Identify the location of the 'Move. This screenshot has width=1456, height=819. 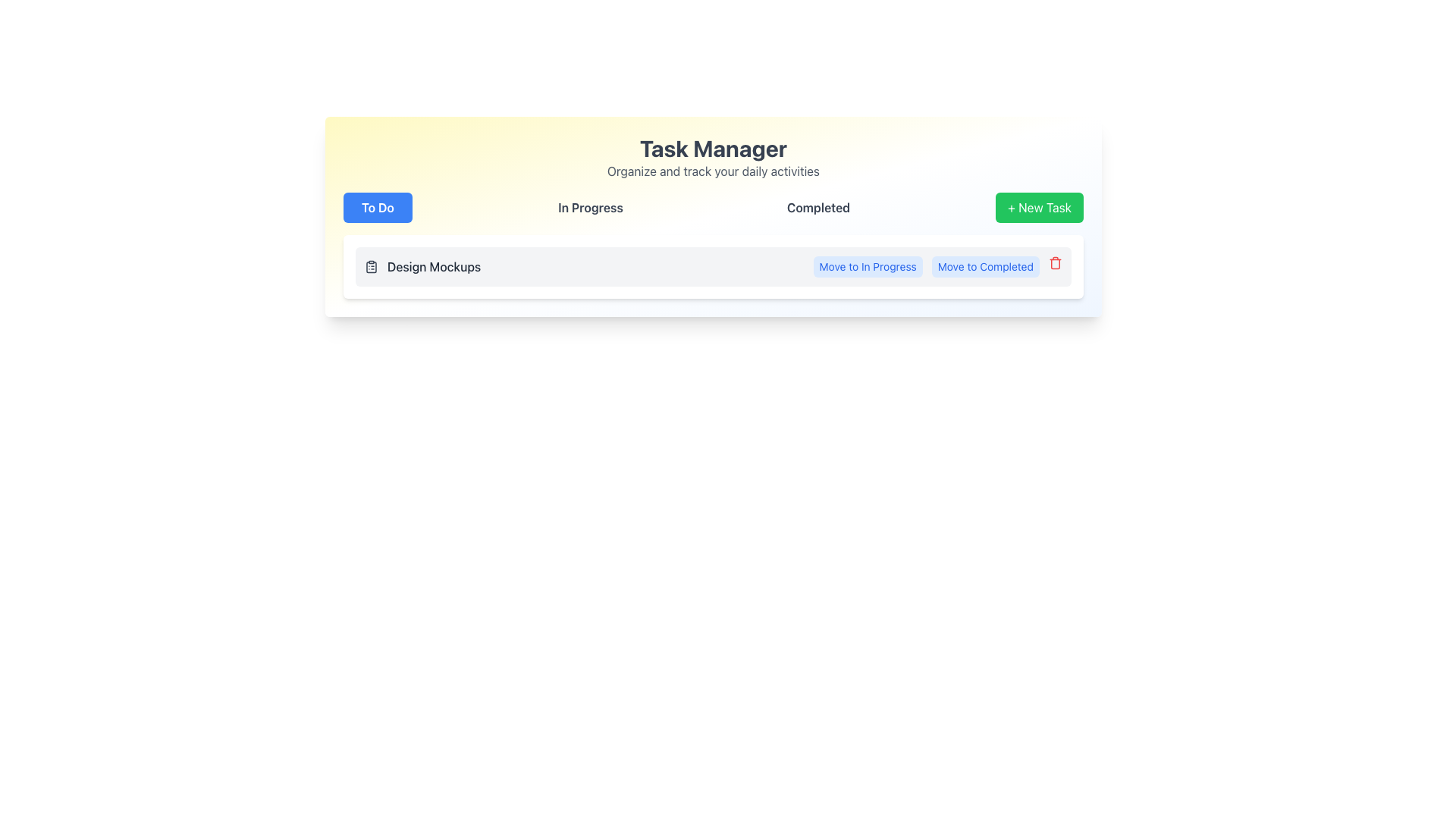
(985, 265).